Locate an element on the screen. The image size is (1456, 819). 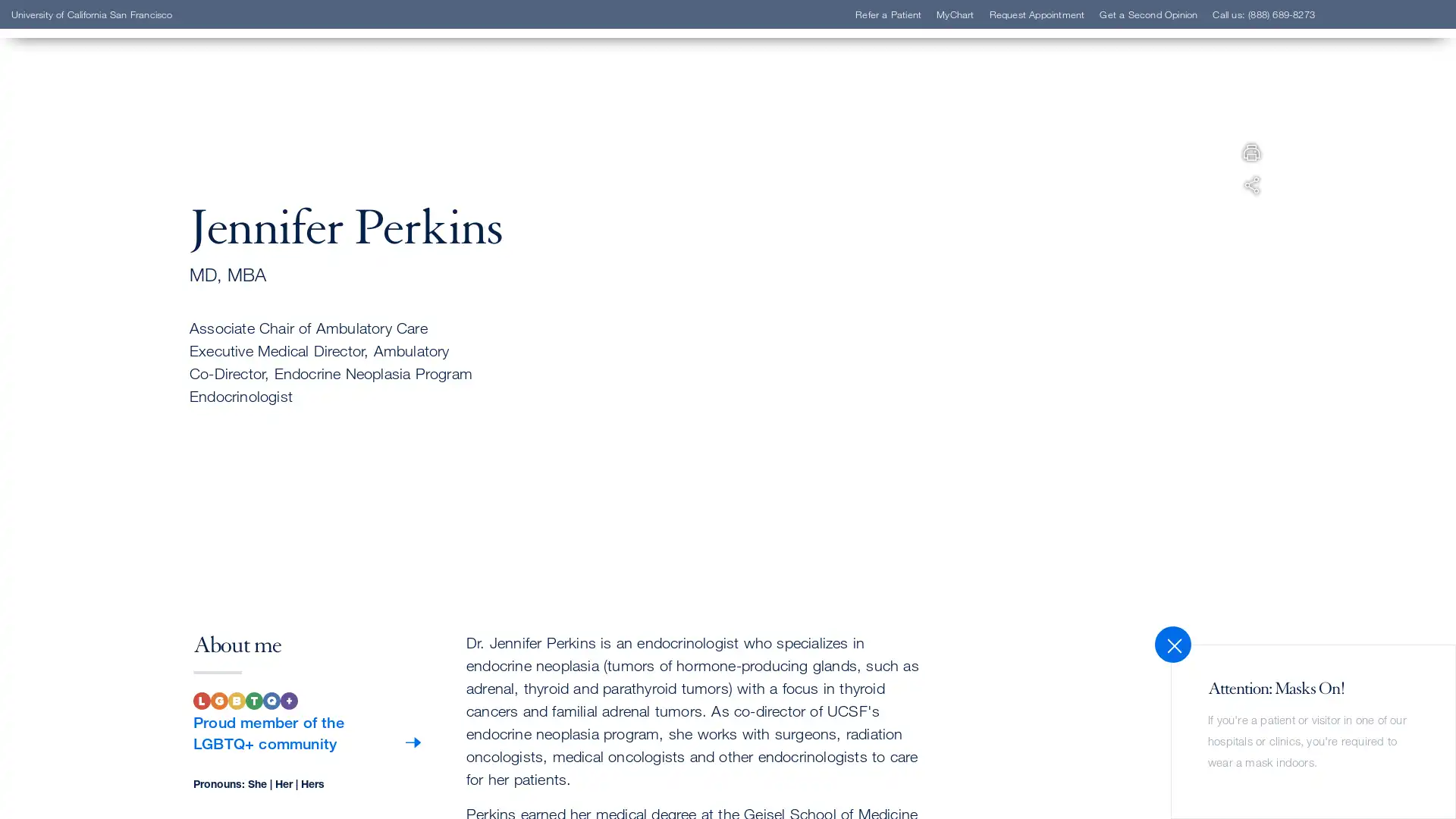
Locations & Directions is located at coordinates (135, 336).